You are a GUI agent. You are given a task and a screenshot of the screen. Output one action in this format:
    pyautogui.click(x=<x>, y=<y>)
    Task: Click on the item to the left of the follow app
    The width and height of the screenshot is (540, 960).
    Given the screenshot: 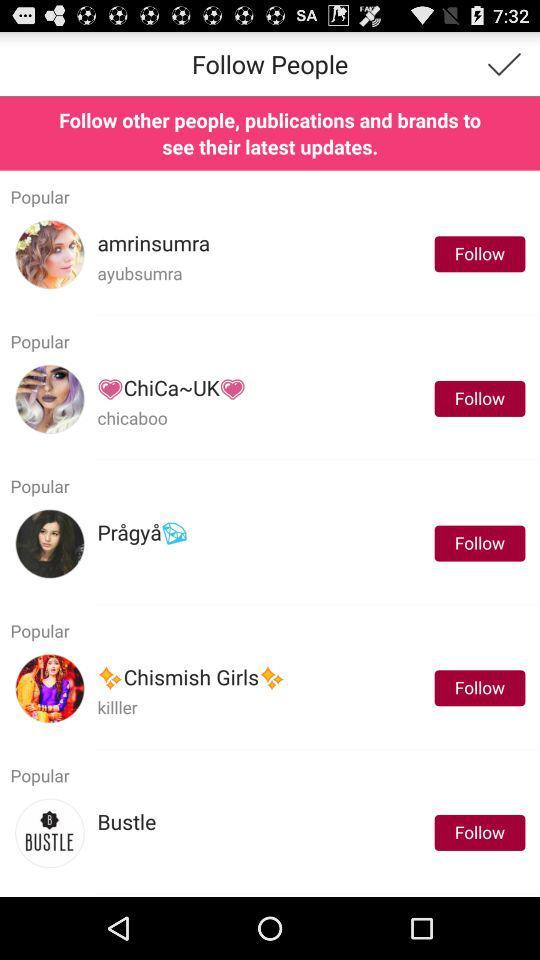 What is the action you would take?
    pyautogui.click(x=152, y=242)
    